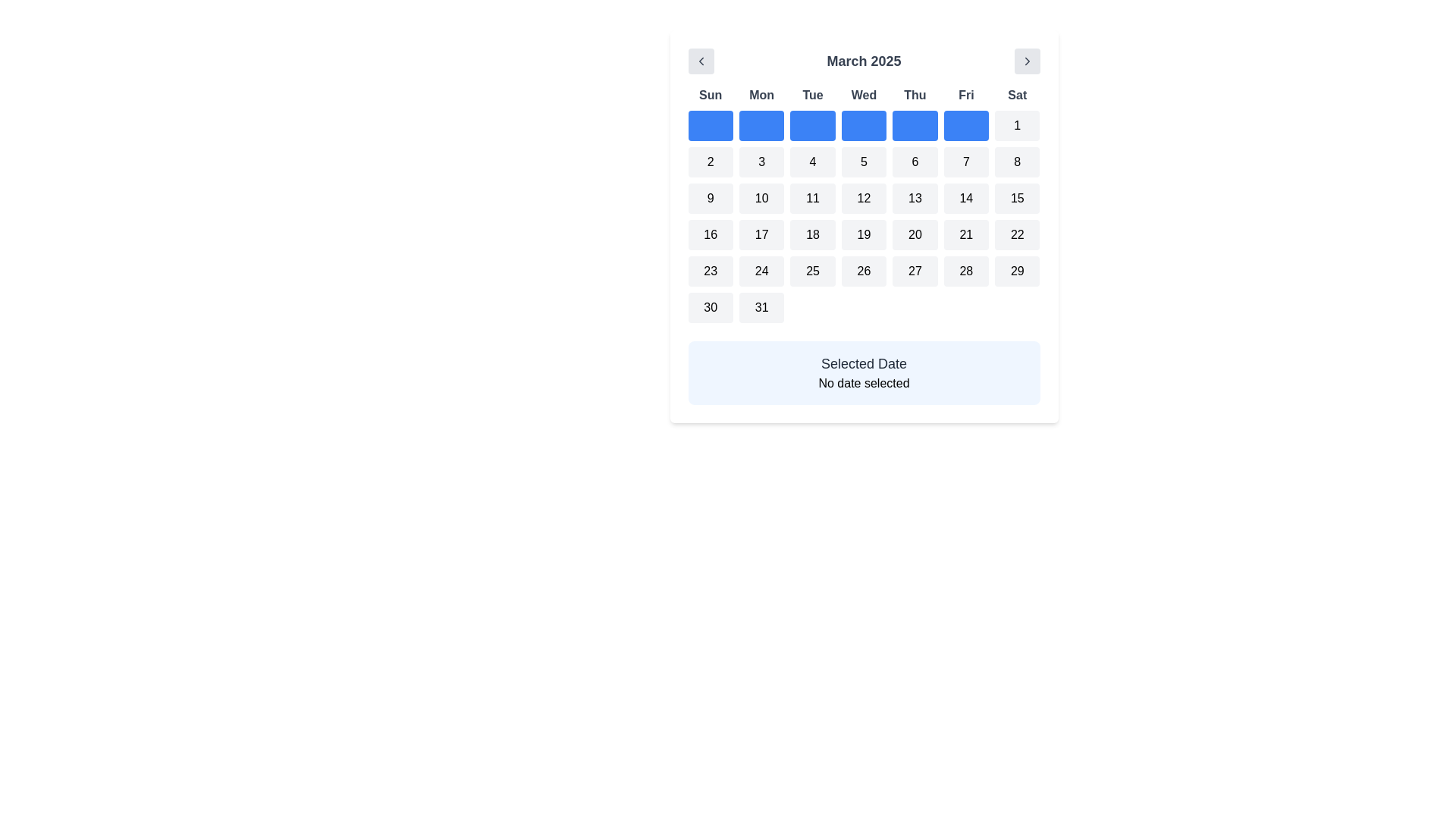 This screenshot has width=1456, height=819. Describe the element at coordinates (914, 271) in the screenshot. I see `the interactive calendar date button representing Friday in the monthly view` at that location.